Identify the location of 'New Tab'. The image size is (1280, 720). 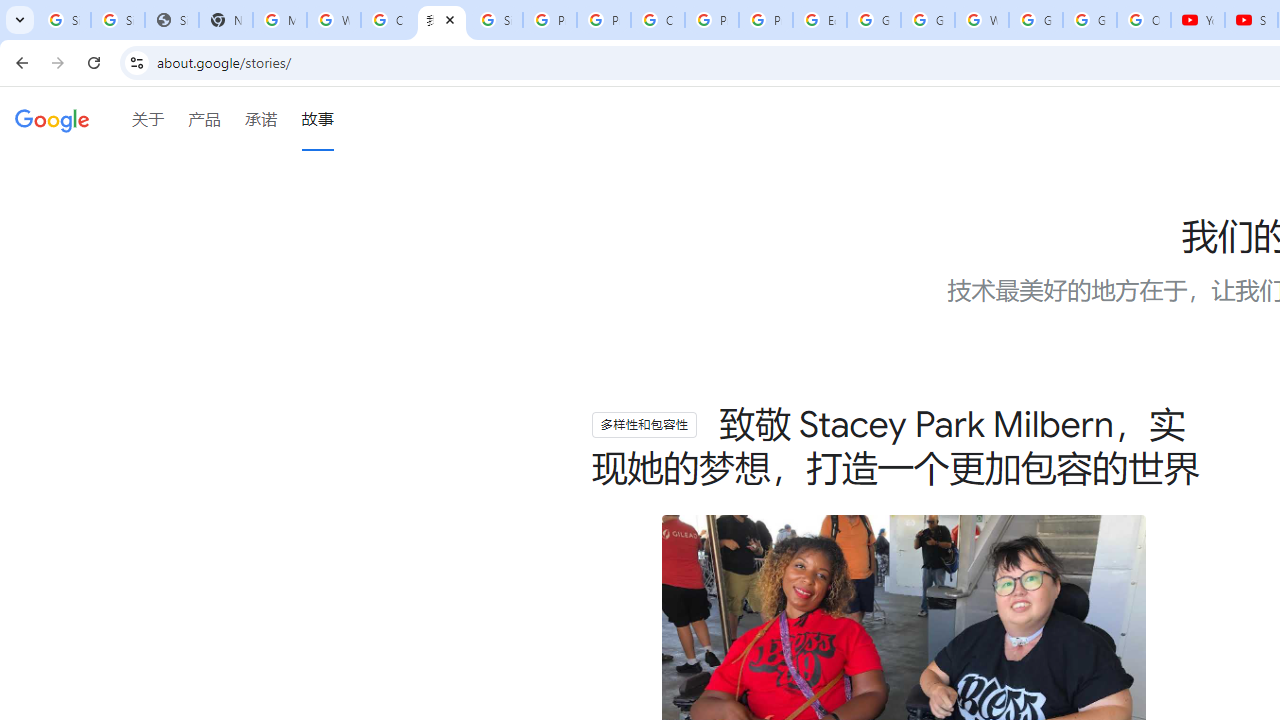
(225, 20).